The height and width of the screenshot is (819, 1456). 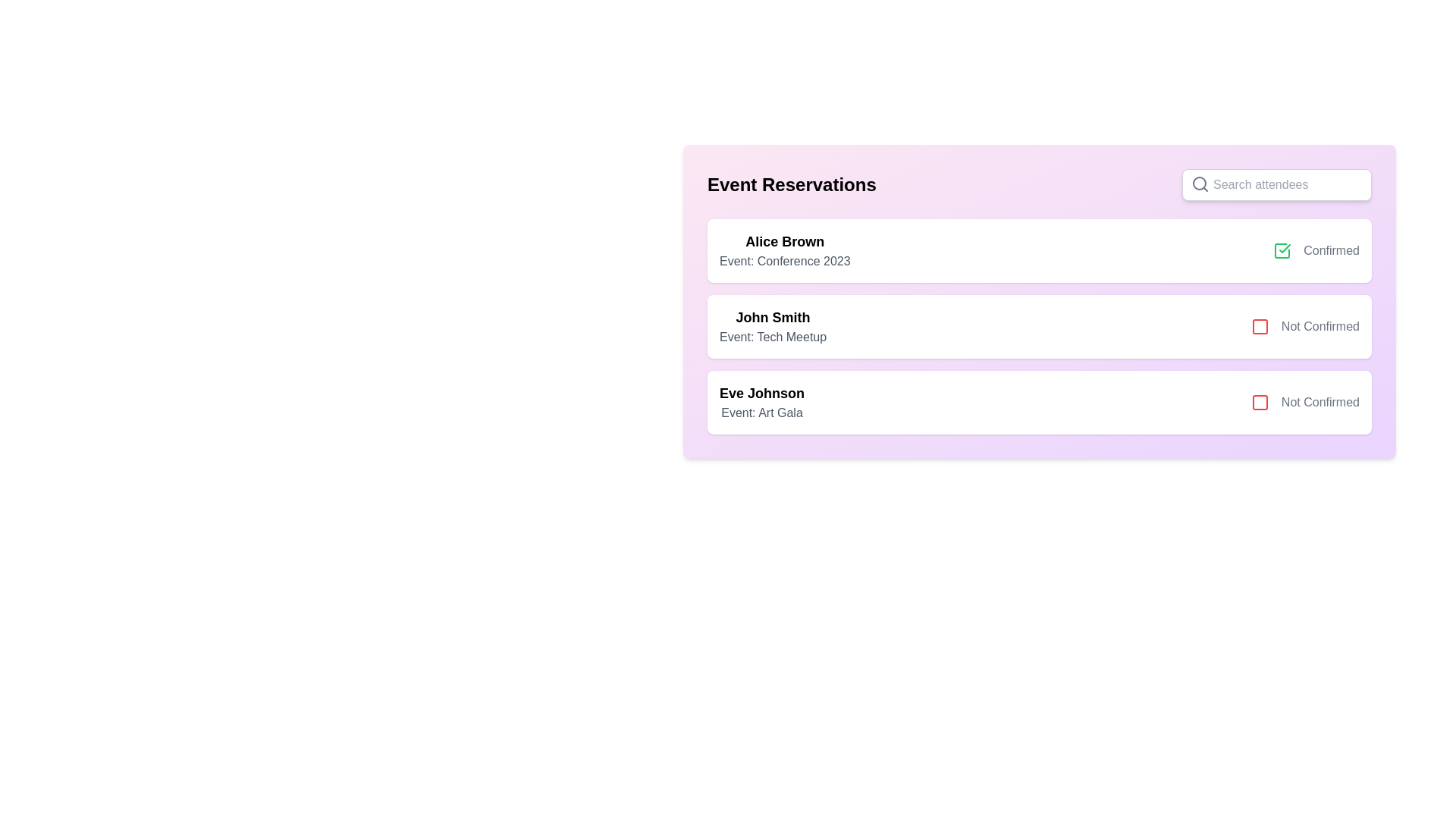 I want to click on text content of the informational display component showing 'Alice Brown' and 'Event: Conference 2023', which is the first content block in the card layout, so click(x=785, y=250).